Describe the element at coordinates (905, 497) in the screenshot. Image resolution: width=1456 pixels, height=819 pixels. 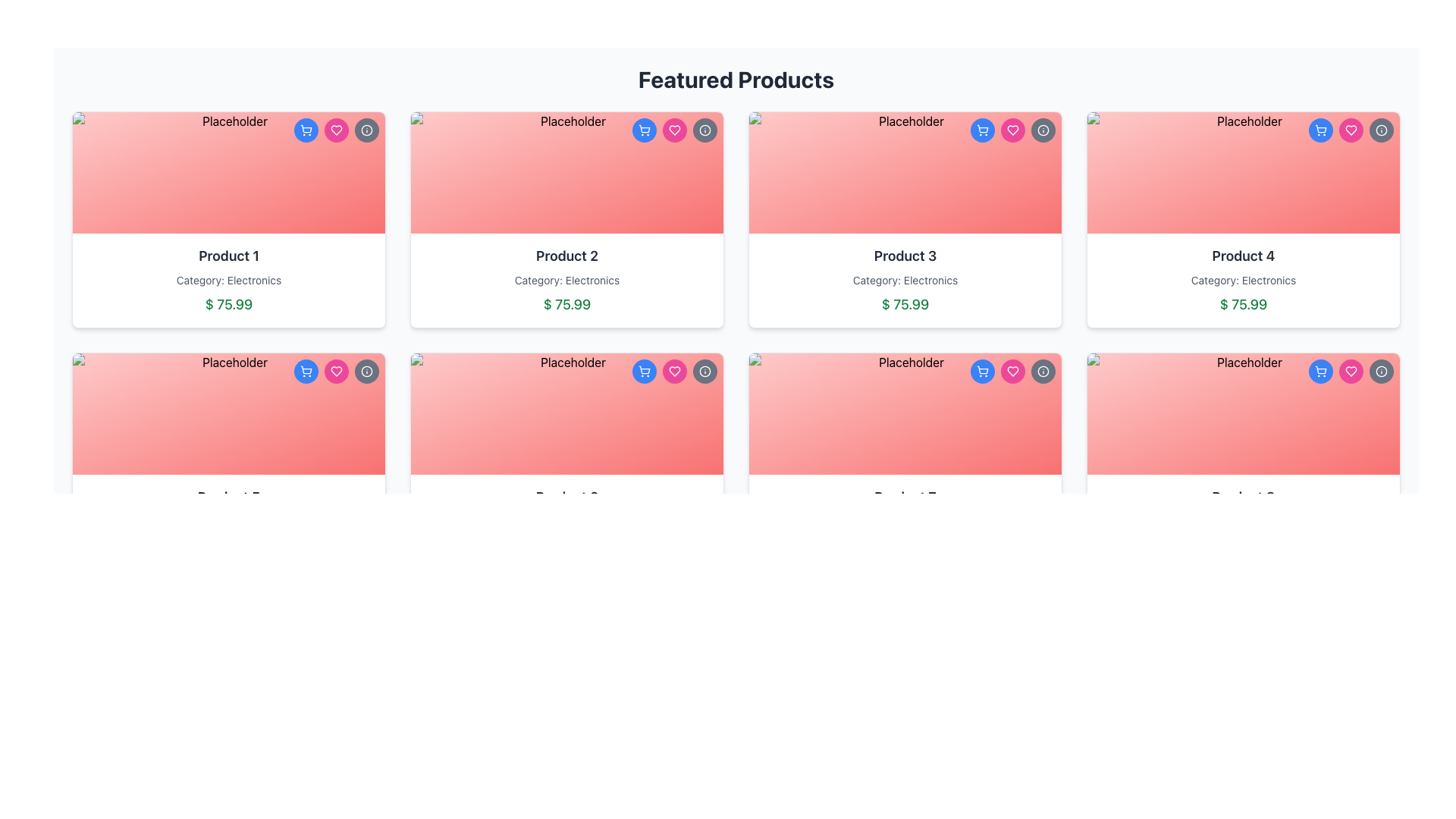
I see `name displayed on the product title label located at the top section of the card in the bottom row, second column from the left` at that location.